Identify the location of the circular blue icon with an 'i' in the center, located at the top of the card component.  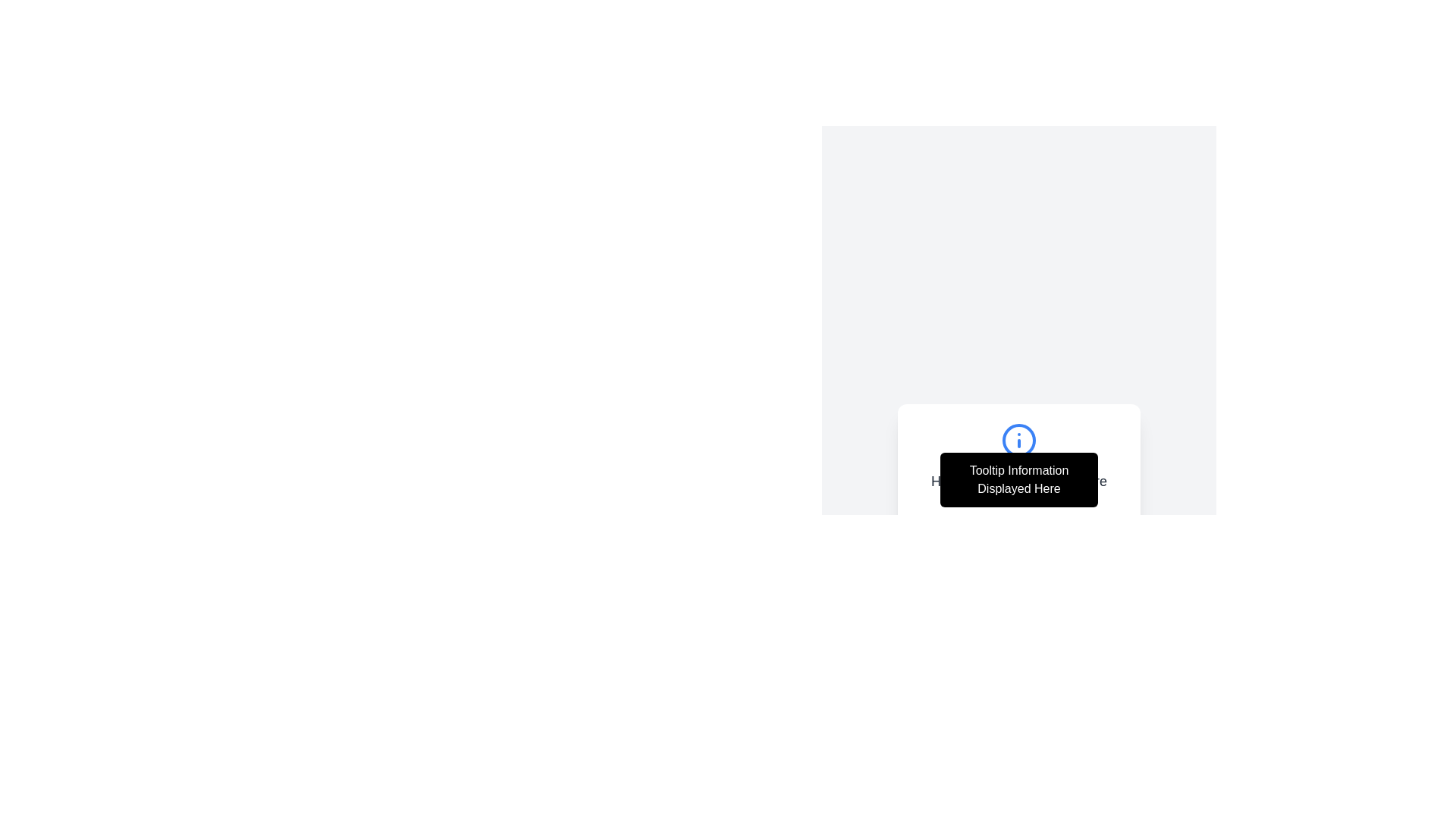
(1019, 441).